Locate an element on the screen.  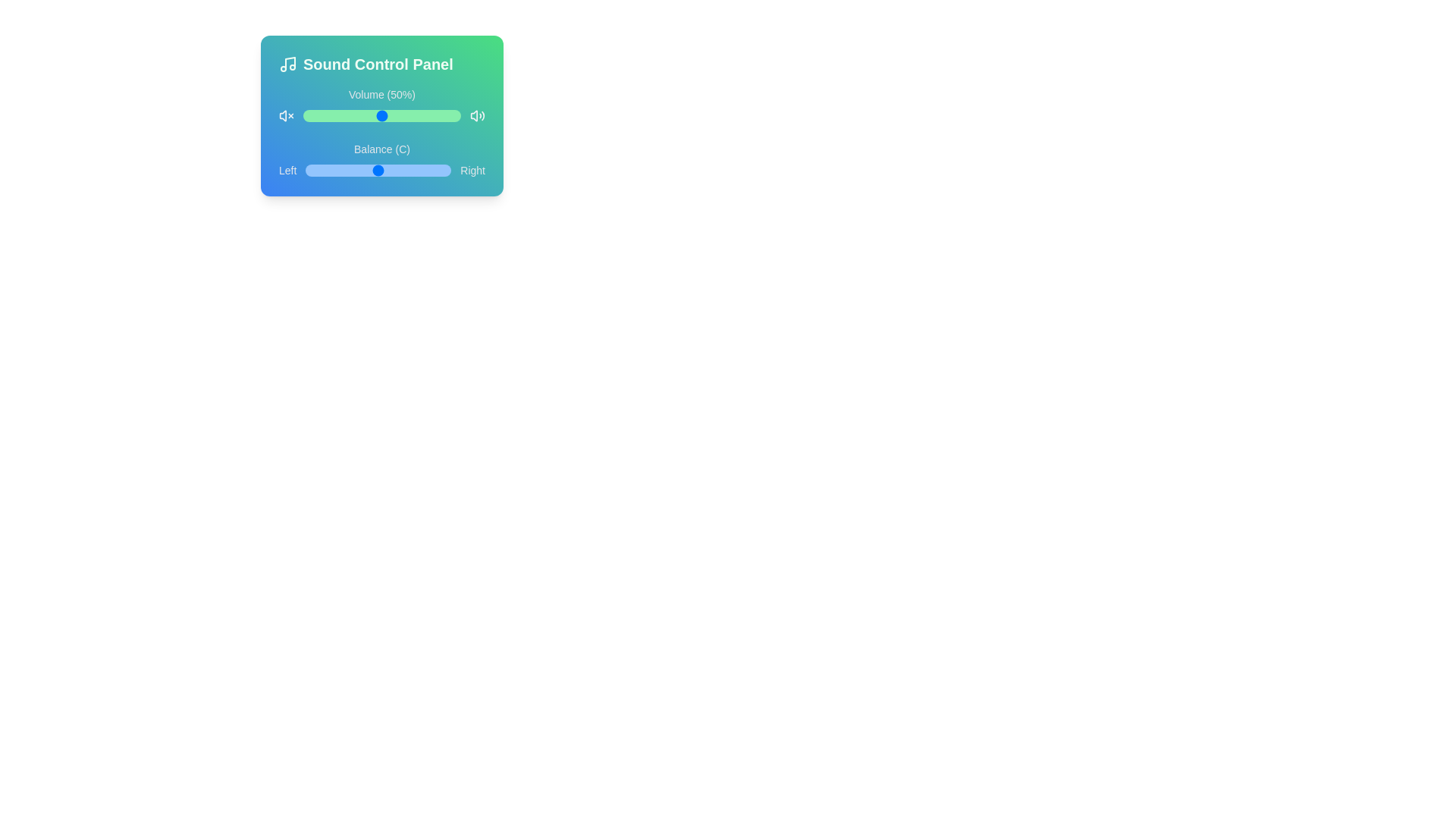
the balance is located at coordinates (437, 170).